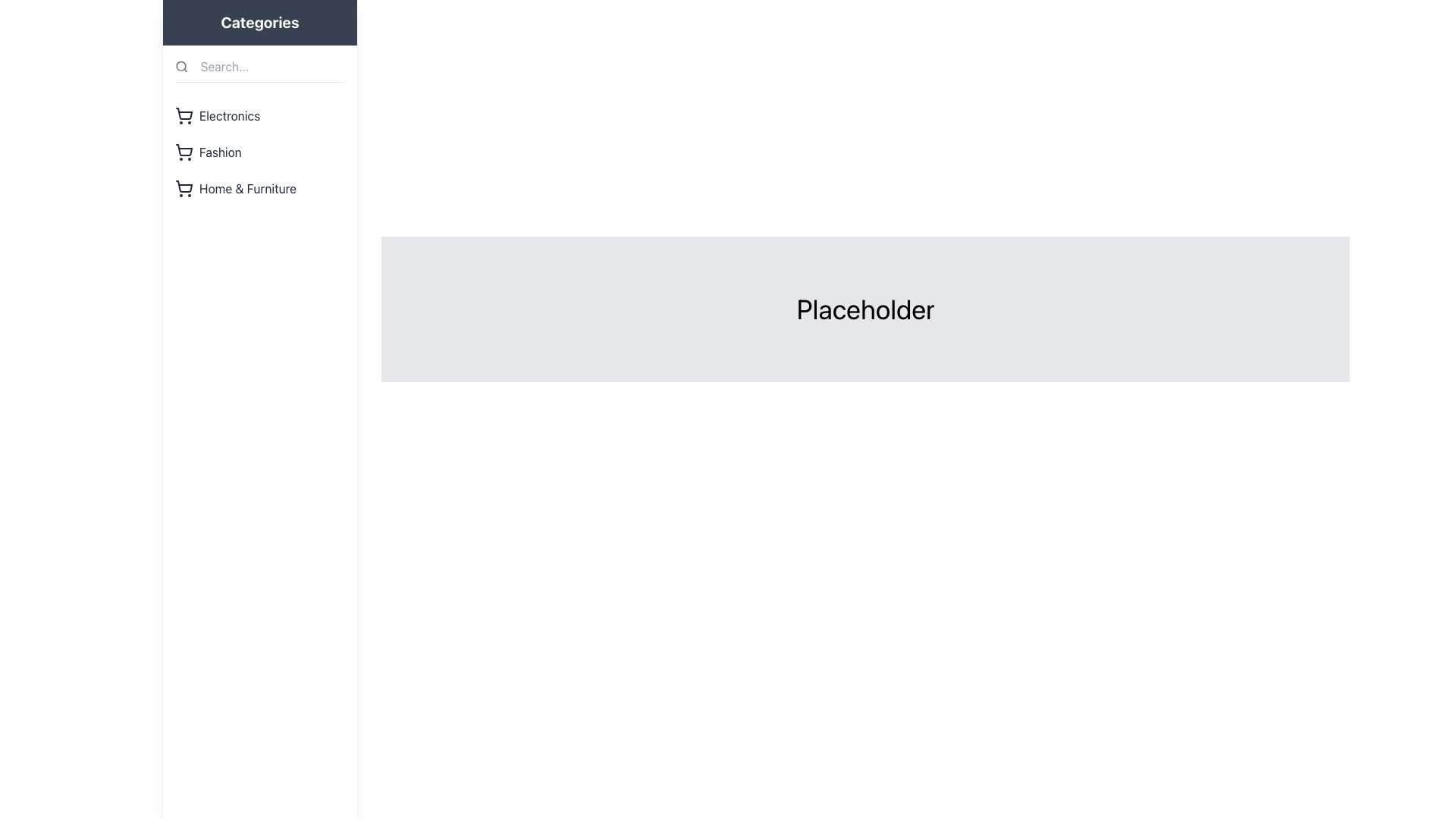 This screenshot has width=1456, height=819. Describe the element at coordinates (228, 115) in the screenshot. I see `the 'Electronics' text label located to the right of the shopping cart icon in the sidebar category list` at that location.